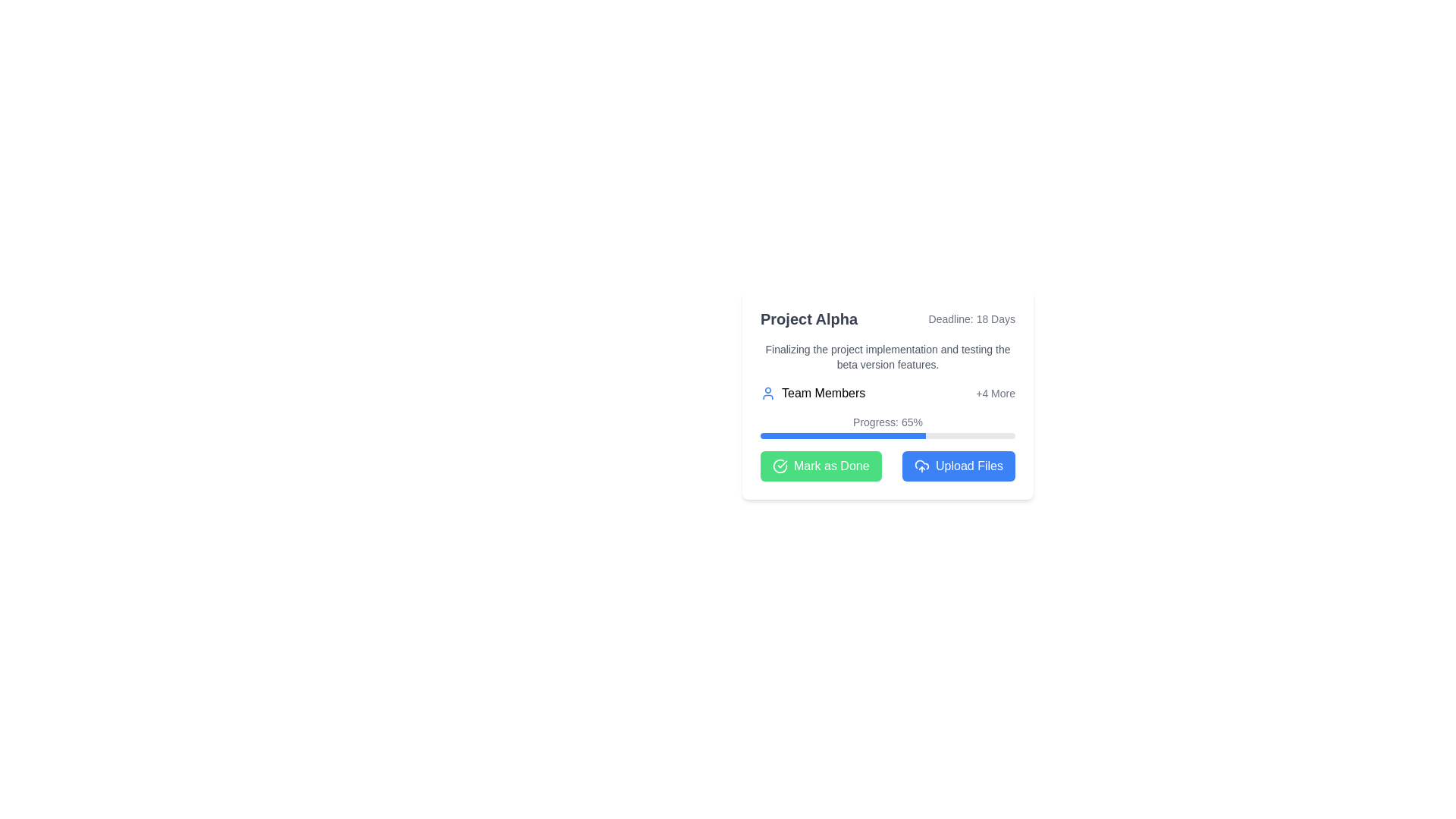 Image resolution: width=1456 pixels, height=819 pixels. What do you see at coordinates (843, 435) in the screenshot?
I see `the Filled Indicator within the progress bar that visually indicates task completion` at bounding box center [843, 435].